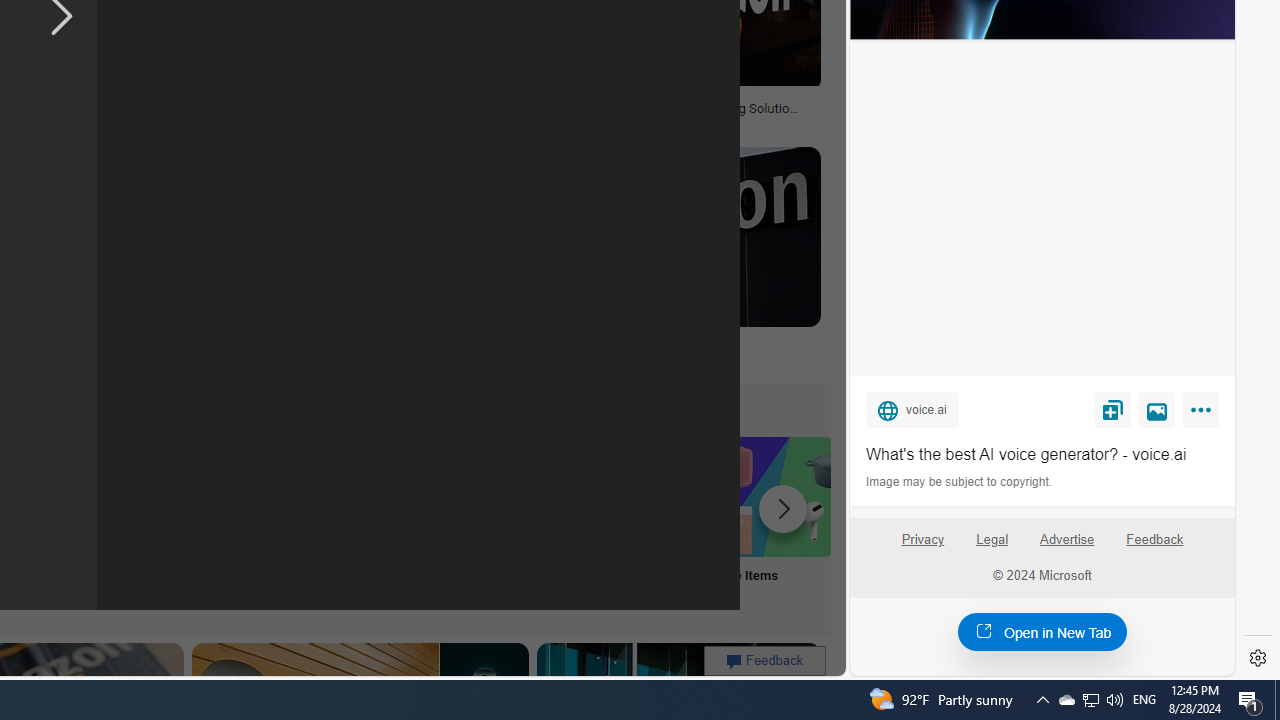 The width and height of the screenshot is (1280, 720). What do you see at coordinates (782, 507) in the screenshot?
I see `'Scroll more suggestions right'` at bounding box center [782, 507].